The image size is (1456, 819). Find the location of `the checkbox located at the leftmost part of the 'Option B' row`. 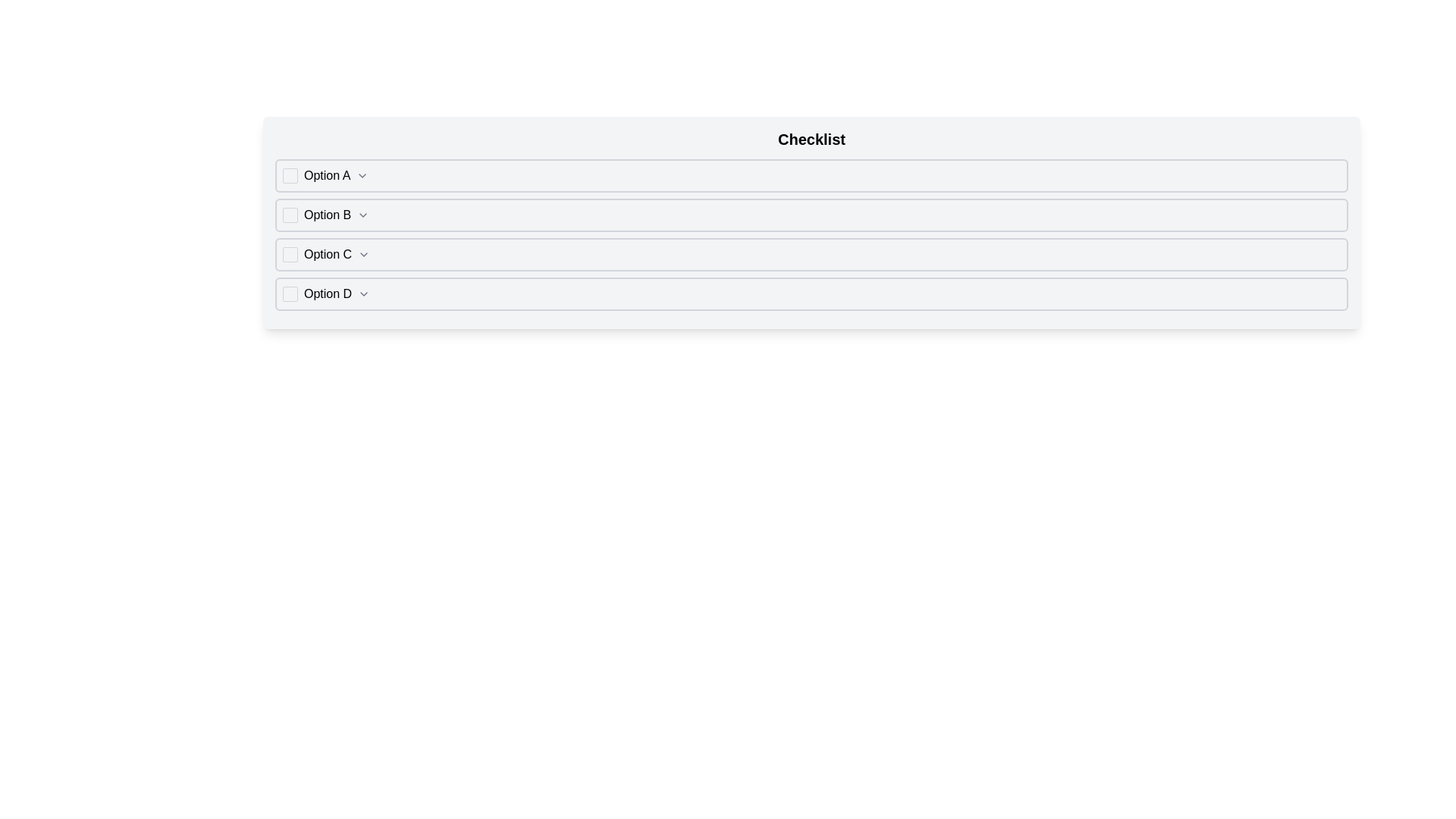

the checkbox located at the leftmost part of the 'Option B' row is located at coordinates (290, 215).